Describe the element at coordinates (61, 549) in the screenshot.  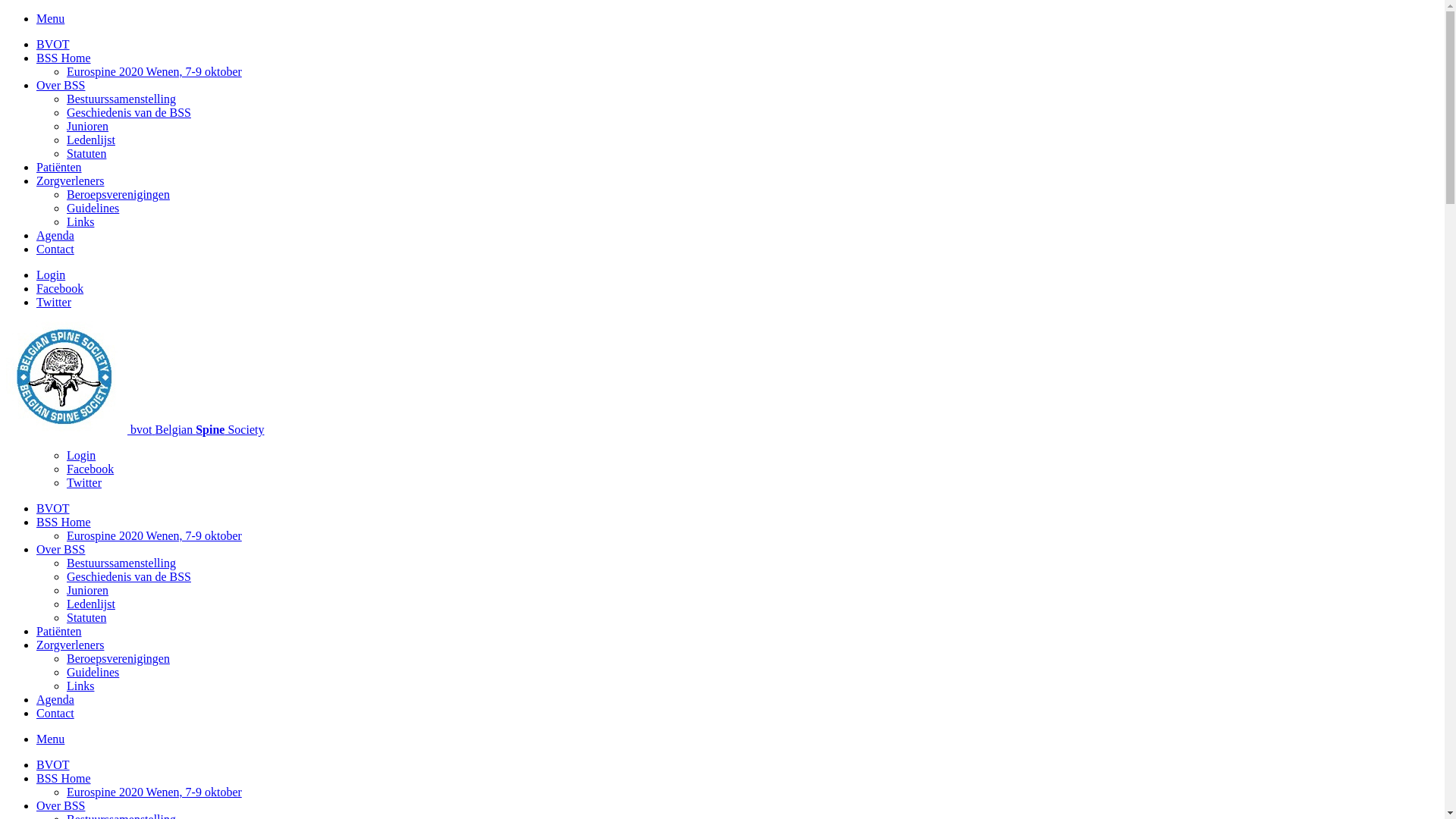
I see `'Over BSS'` at that location.